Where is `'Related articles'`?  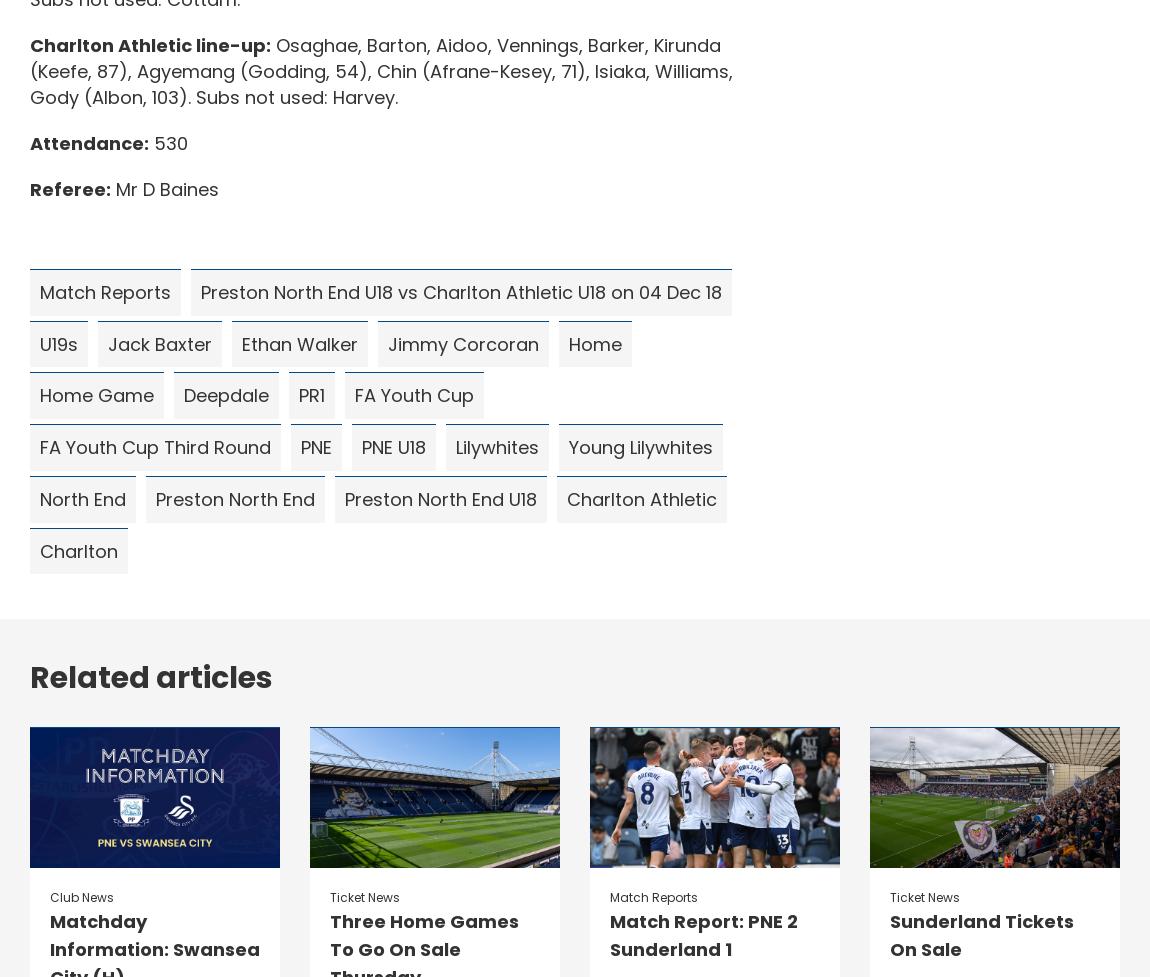
'Related articles' is located at coordinates (29, 678).